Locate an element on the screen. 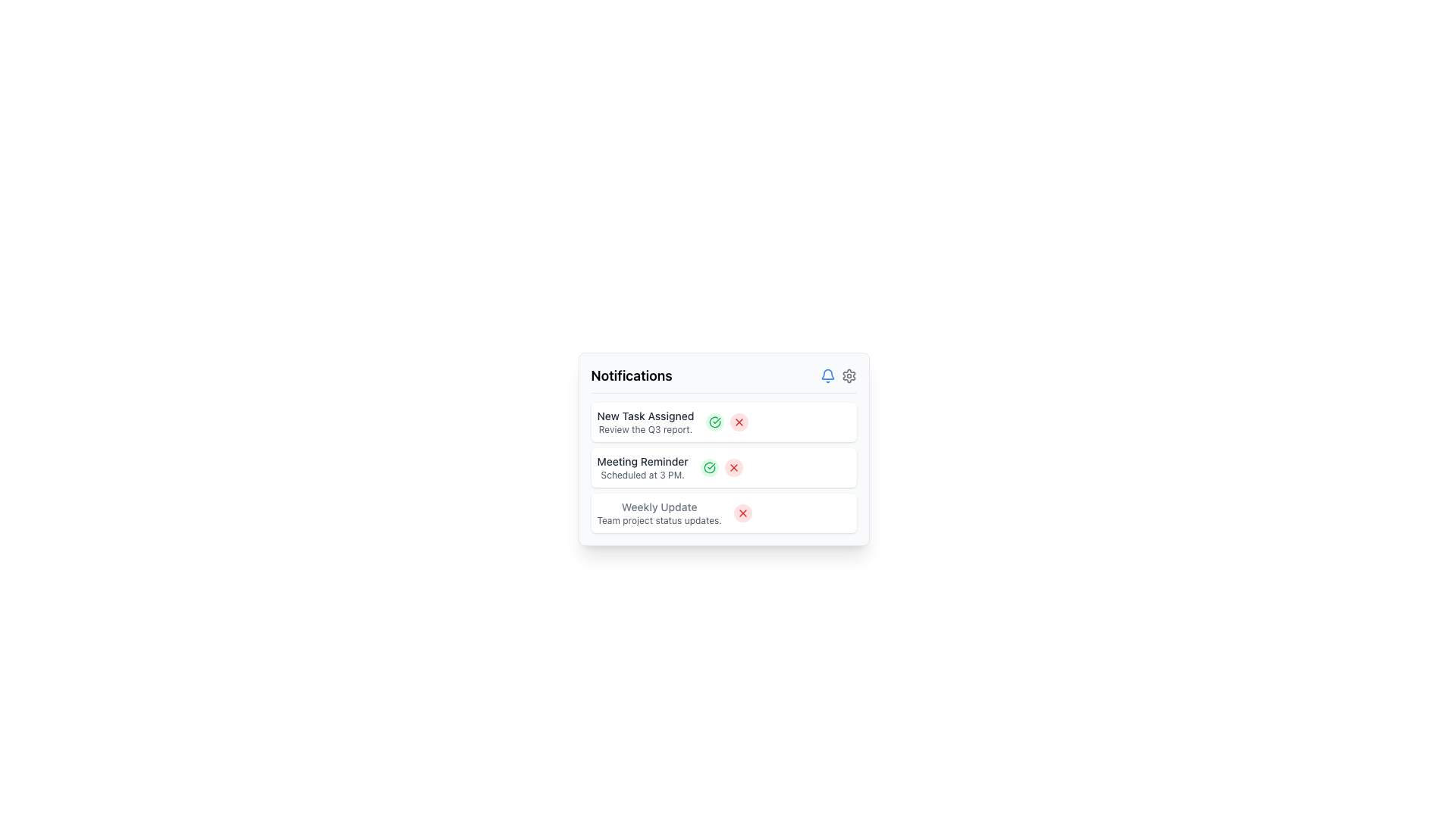 The width and height of the screenshot is (1456, 819). text label element displaying 'Meeting Reminder' located in the Notifications section, positioned centrally below 'New Task Assigned' and above 'Weekly Update' is located at coordinates (642, 461).